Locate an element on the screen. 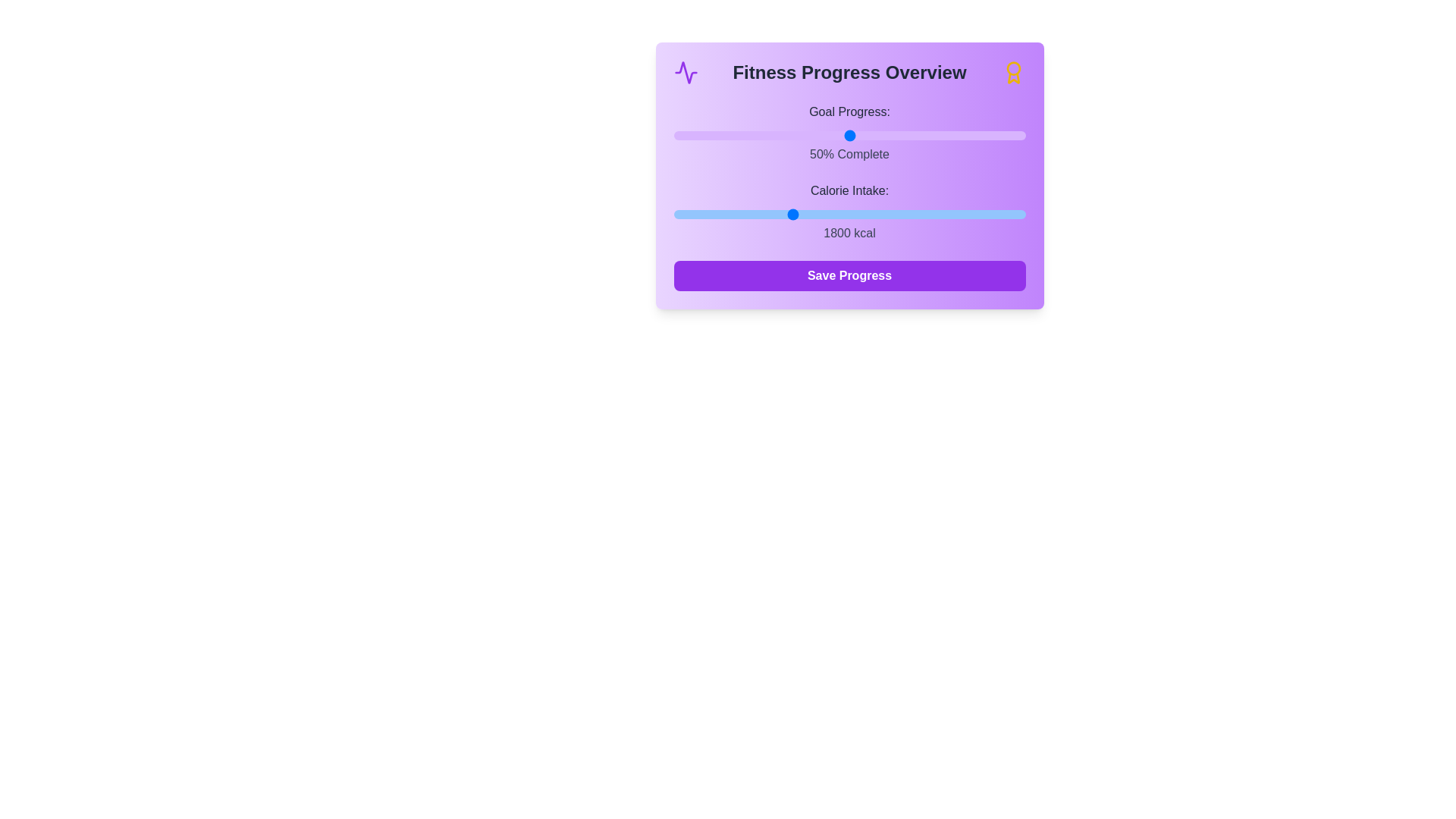  the circular badge-like icon in the upper-right corner of the interface that denotes awards or achievements is located at coordinates (1013, 68).